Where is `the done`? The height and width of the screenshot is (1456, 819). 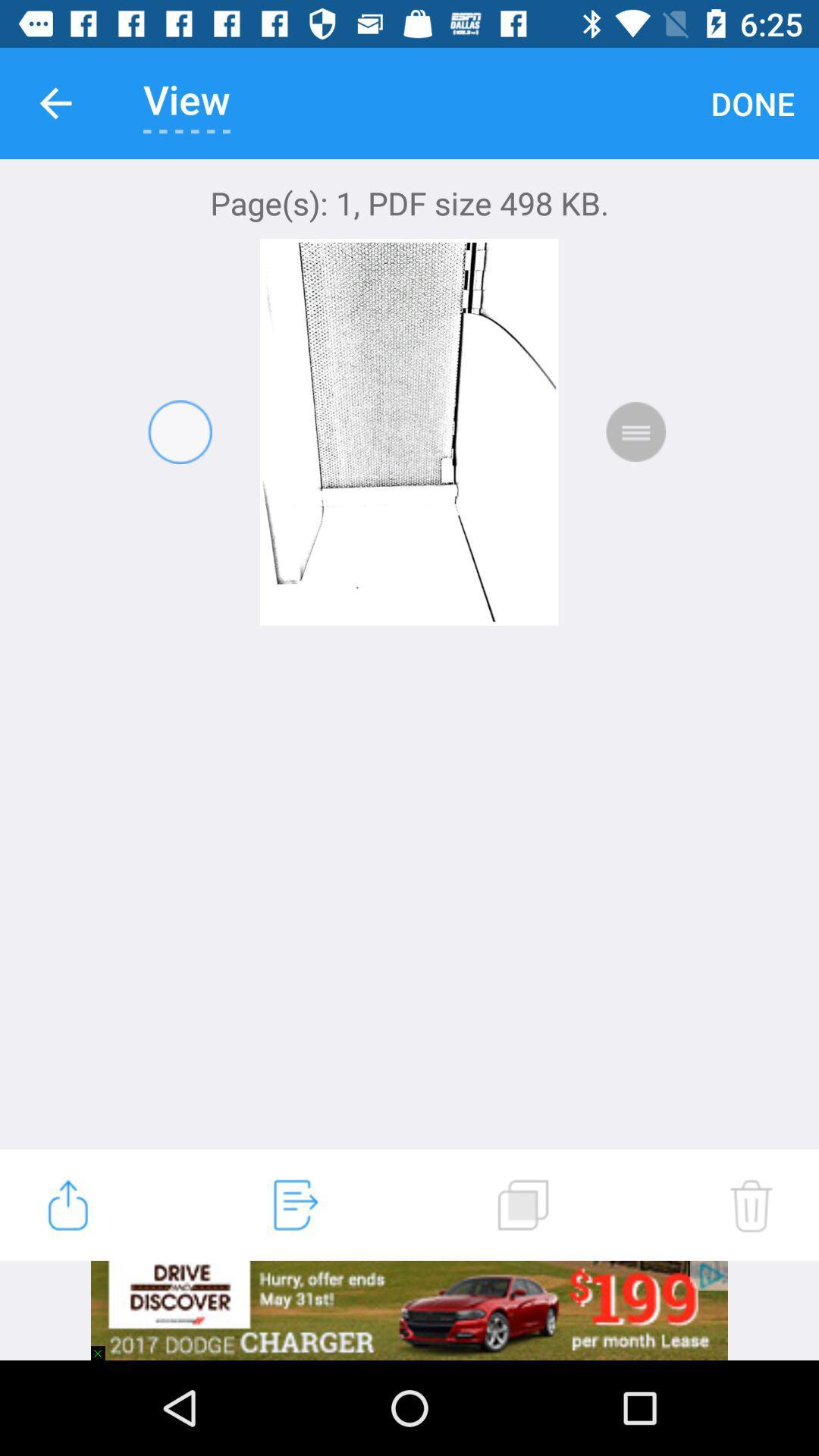
the done is located at coordinates (752, 102).